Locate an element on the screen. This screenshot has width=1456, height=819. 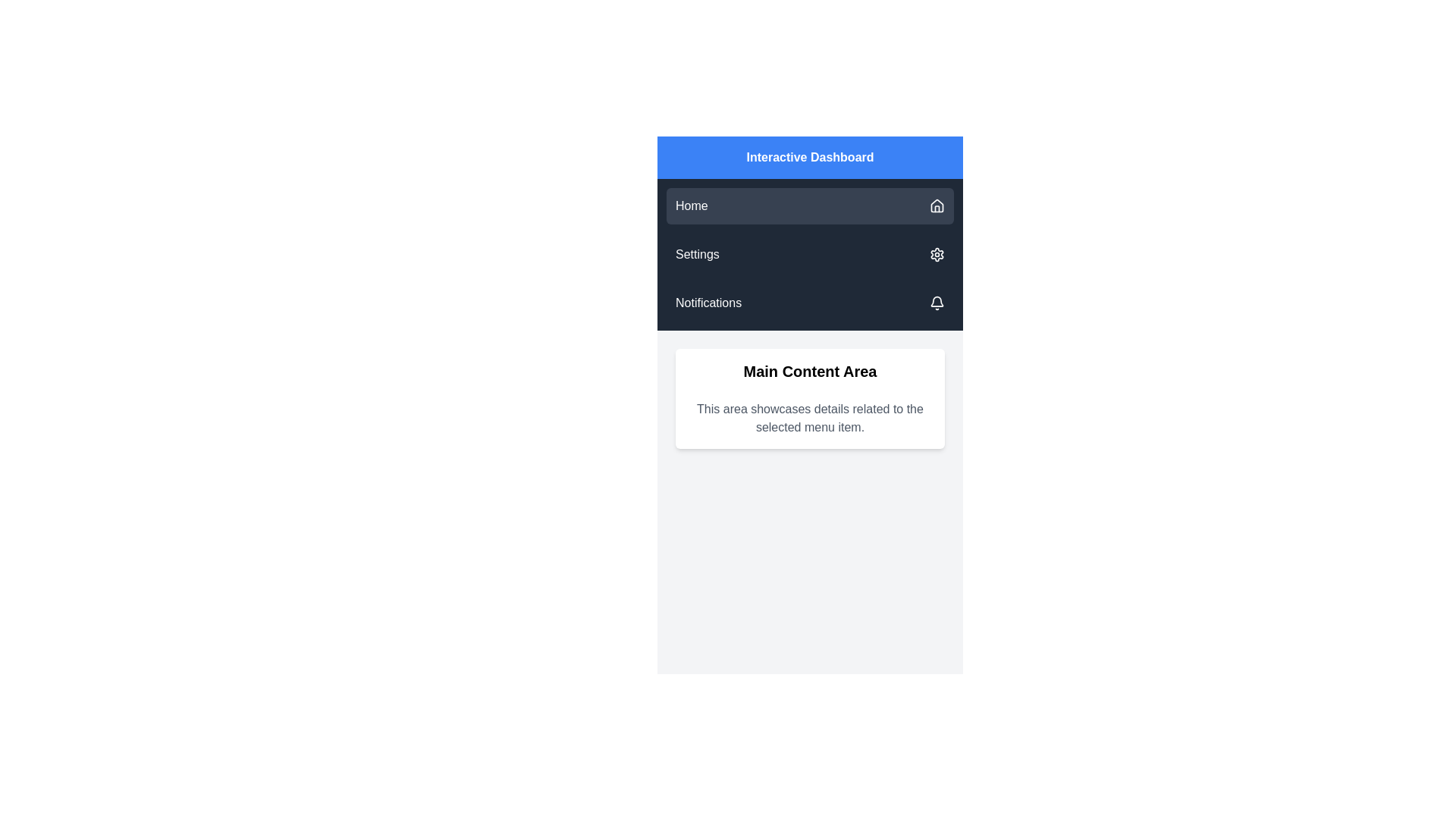
the 'Settings' text label located in the sidebar navigation menu is located at coordinates (696, 253).